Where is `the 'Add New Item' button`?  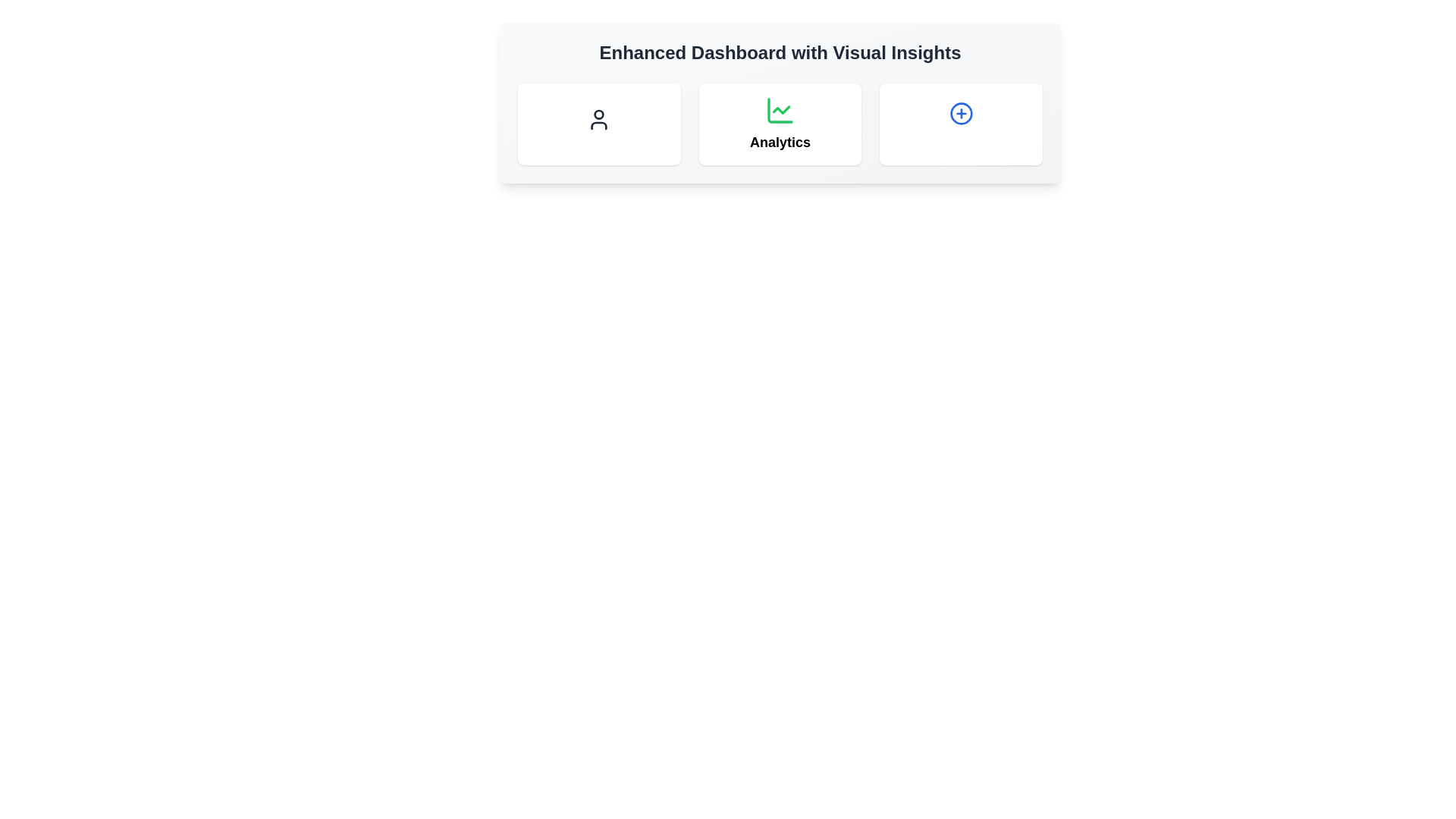 the 'Add New Item' button is located at coordinates (960, 124).